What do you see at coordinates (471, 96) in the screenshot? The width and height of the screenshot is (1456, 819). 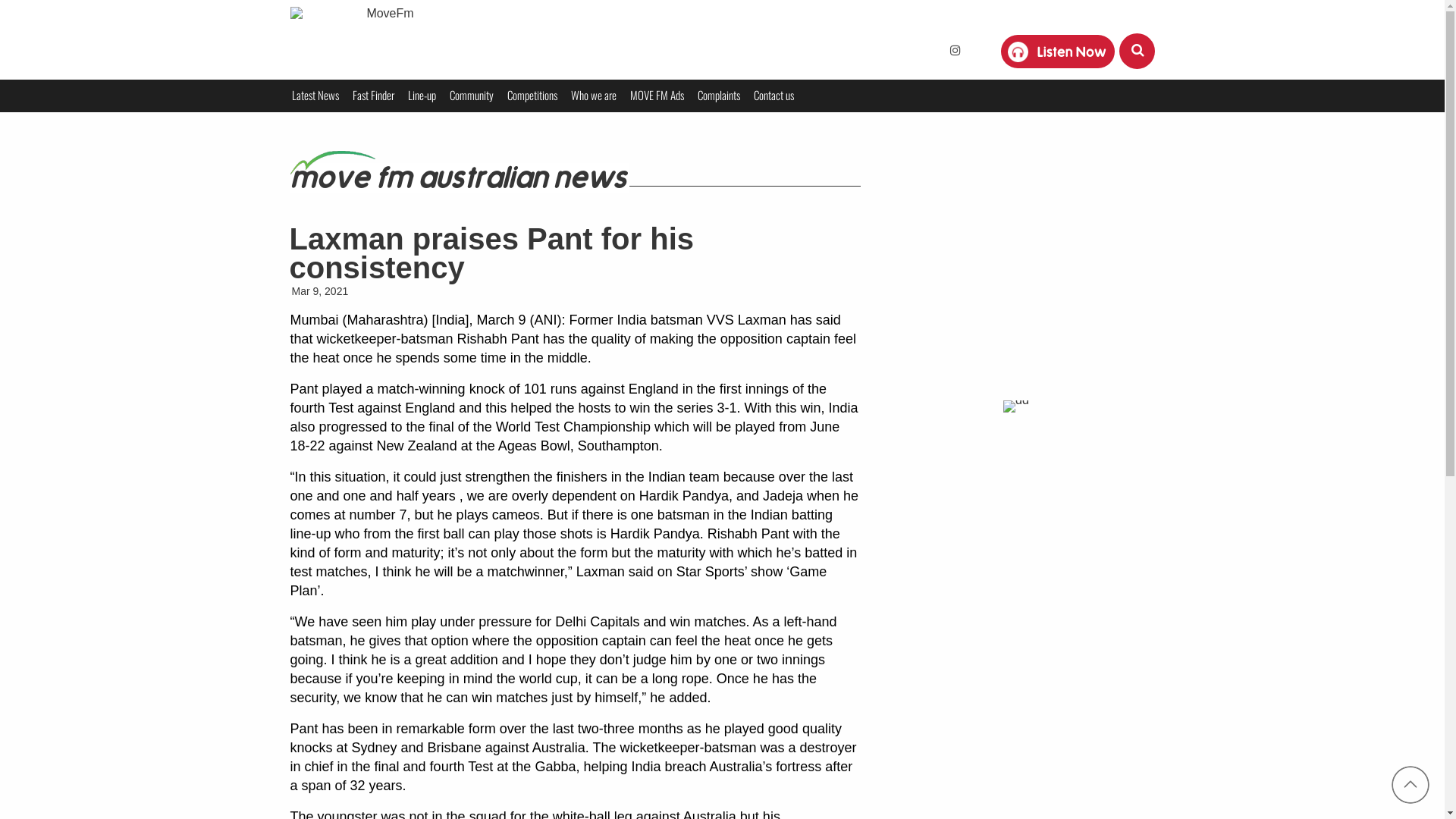 I see `'Community'` at bounding box center [471, 96].